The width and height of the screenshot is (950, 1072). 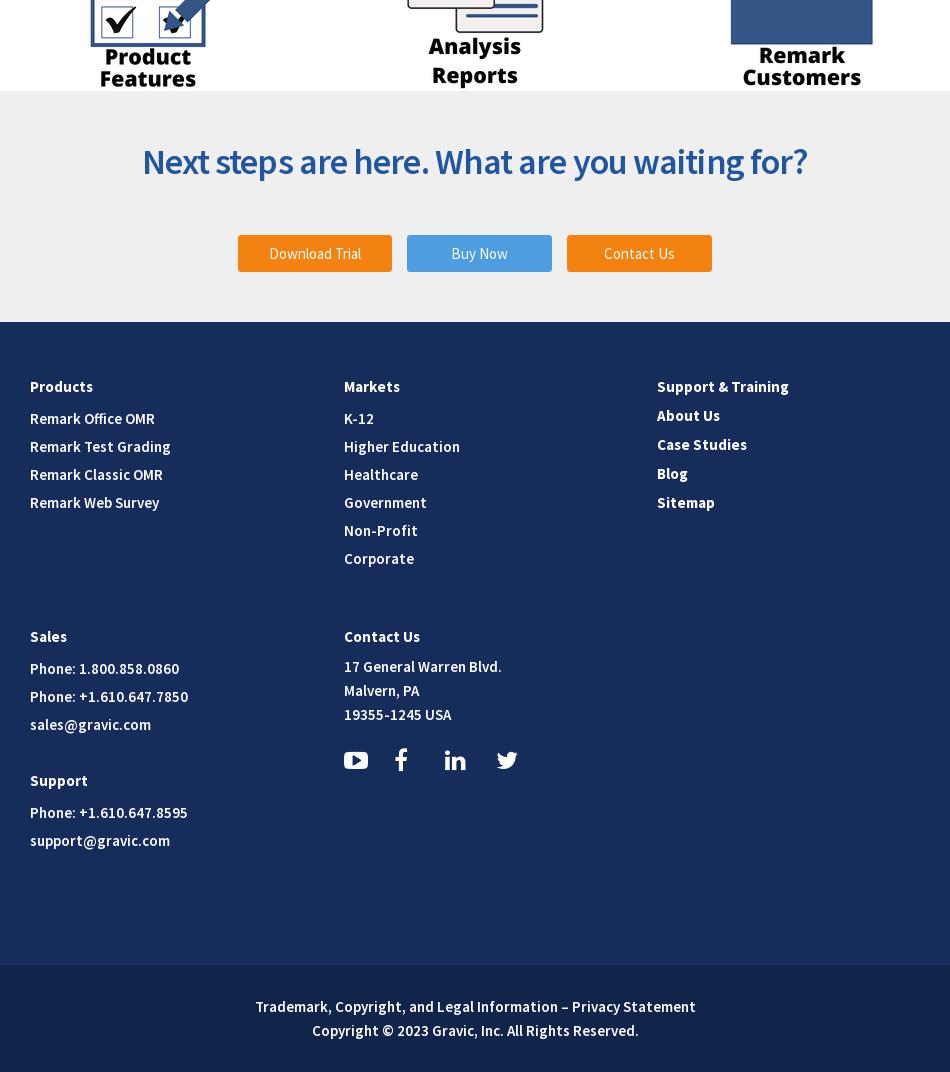 What do you see at coordinates (383, 501) in the screenshot?
I see `'Government'` at bounding box center [383, 501].